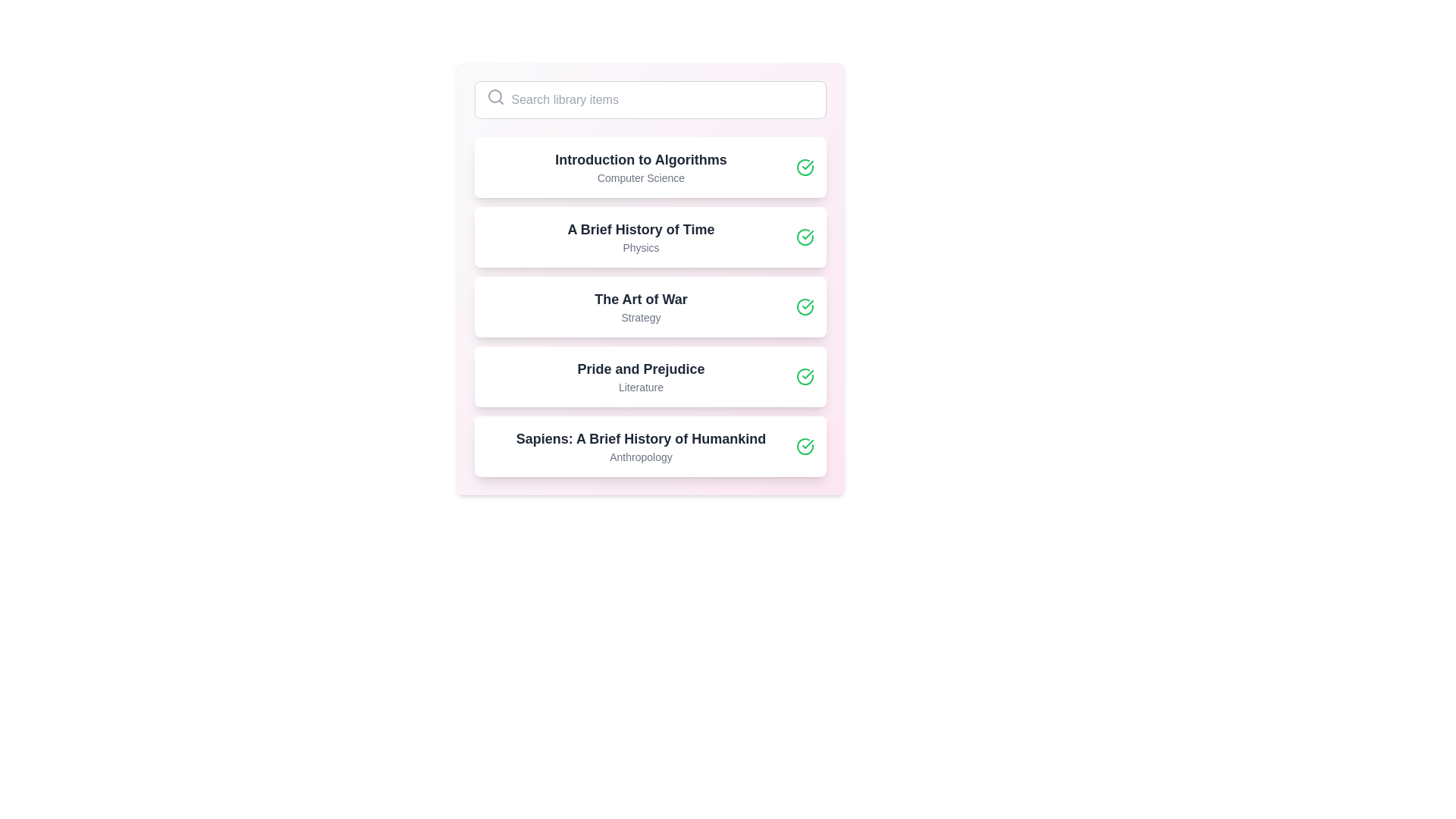 Image resolution: width=1456 pixels, height=819 pixels. I want to click on the composite text element displaying 'A Brief History of Time' and 'Physics', so click(641, 237).